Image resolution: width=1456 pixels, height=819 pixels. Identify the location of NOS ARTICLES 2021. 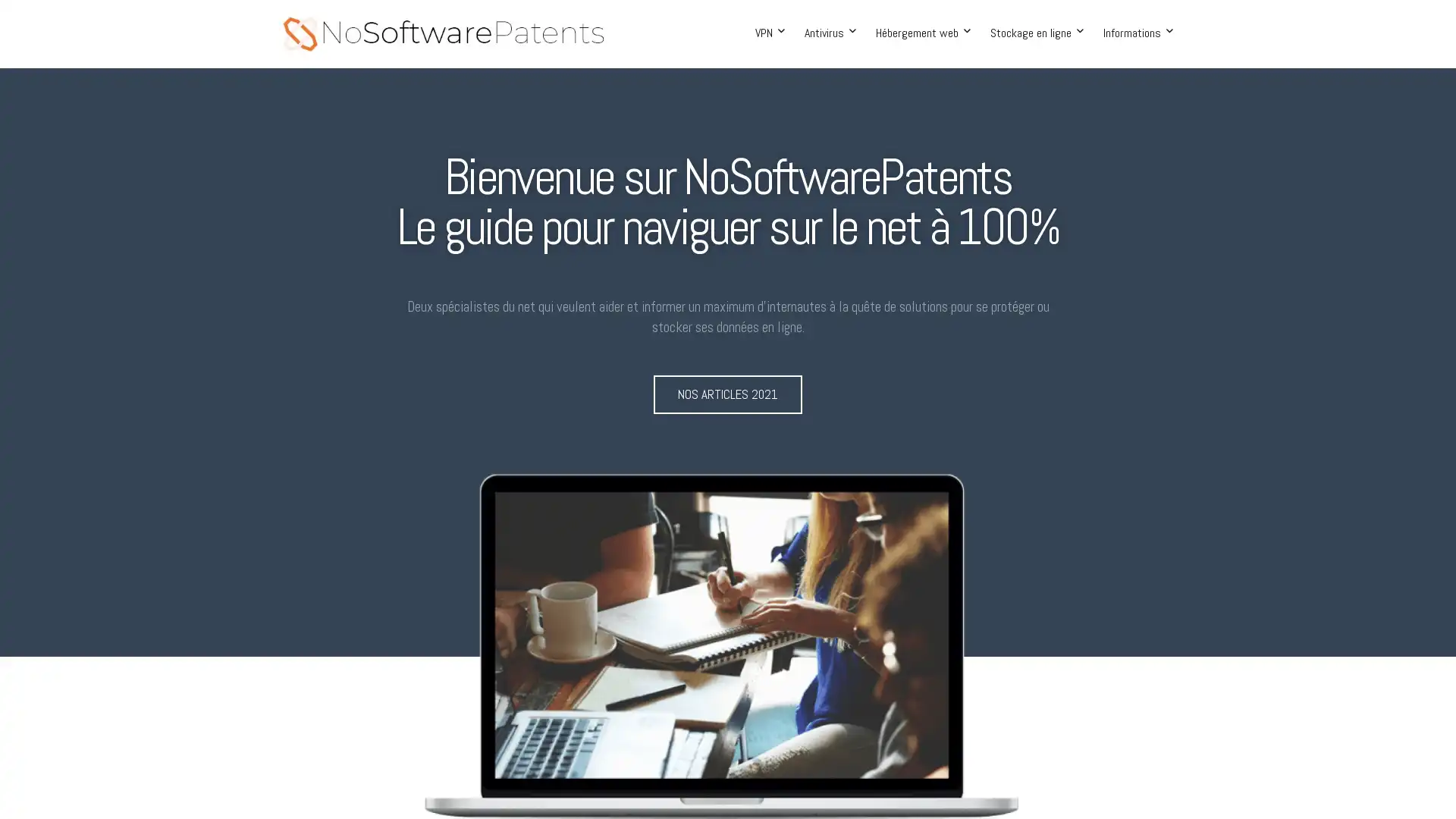
(728, 394).